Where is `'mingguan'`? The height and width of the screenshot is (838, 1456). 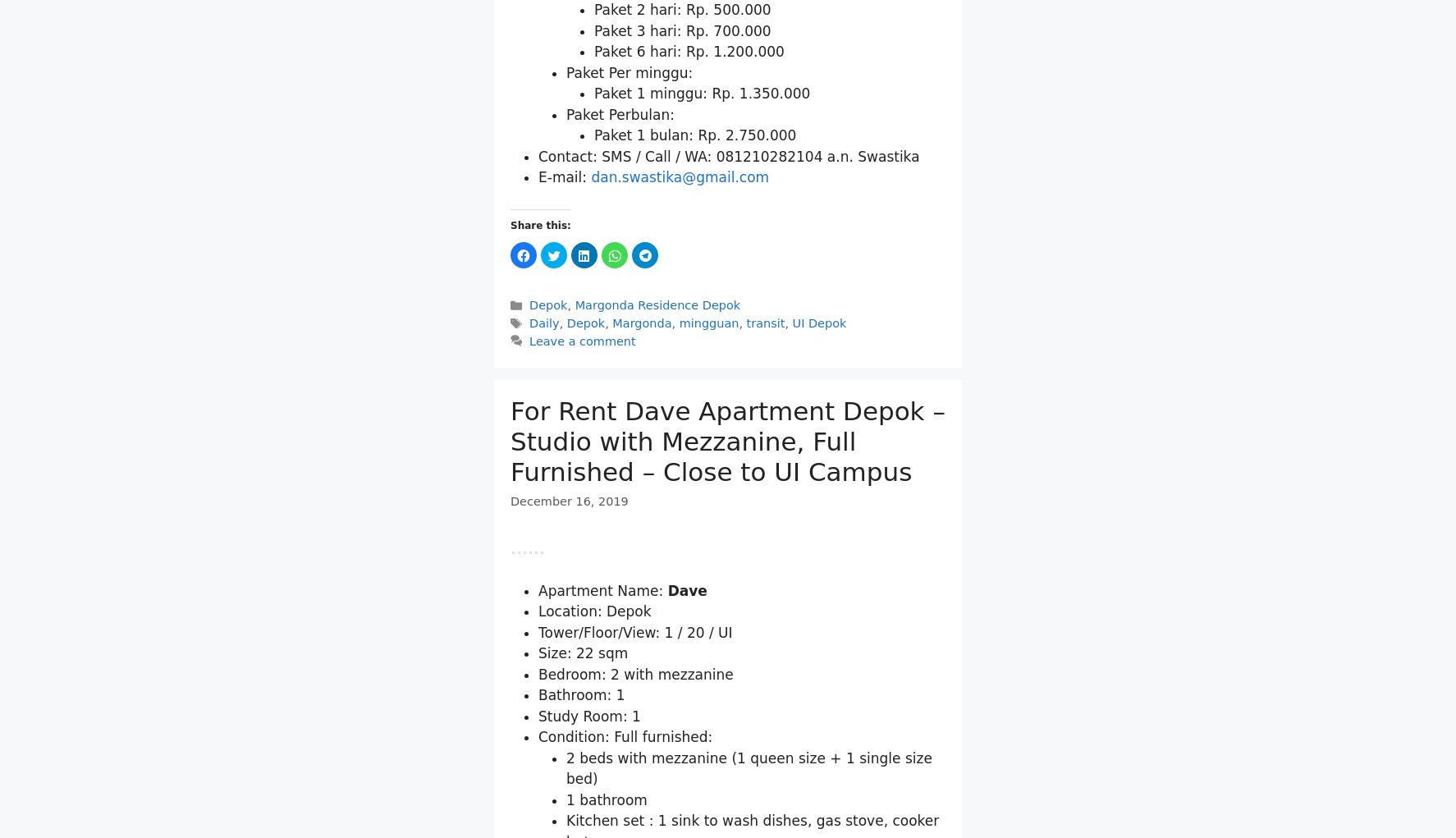
'mingguan' is located at coordinates (708, 514).